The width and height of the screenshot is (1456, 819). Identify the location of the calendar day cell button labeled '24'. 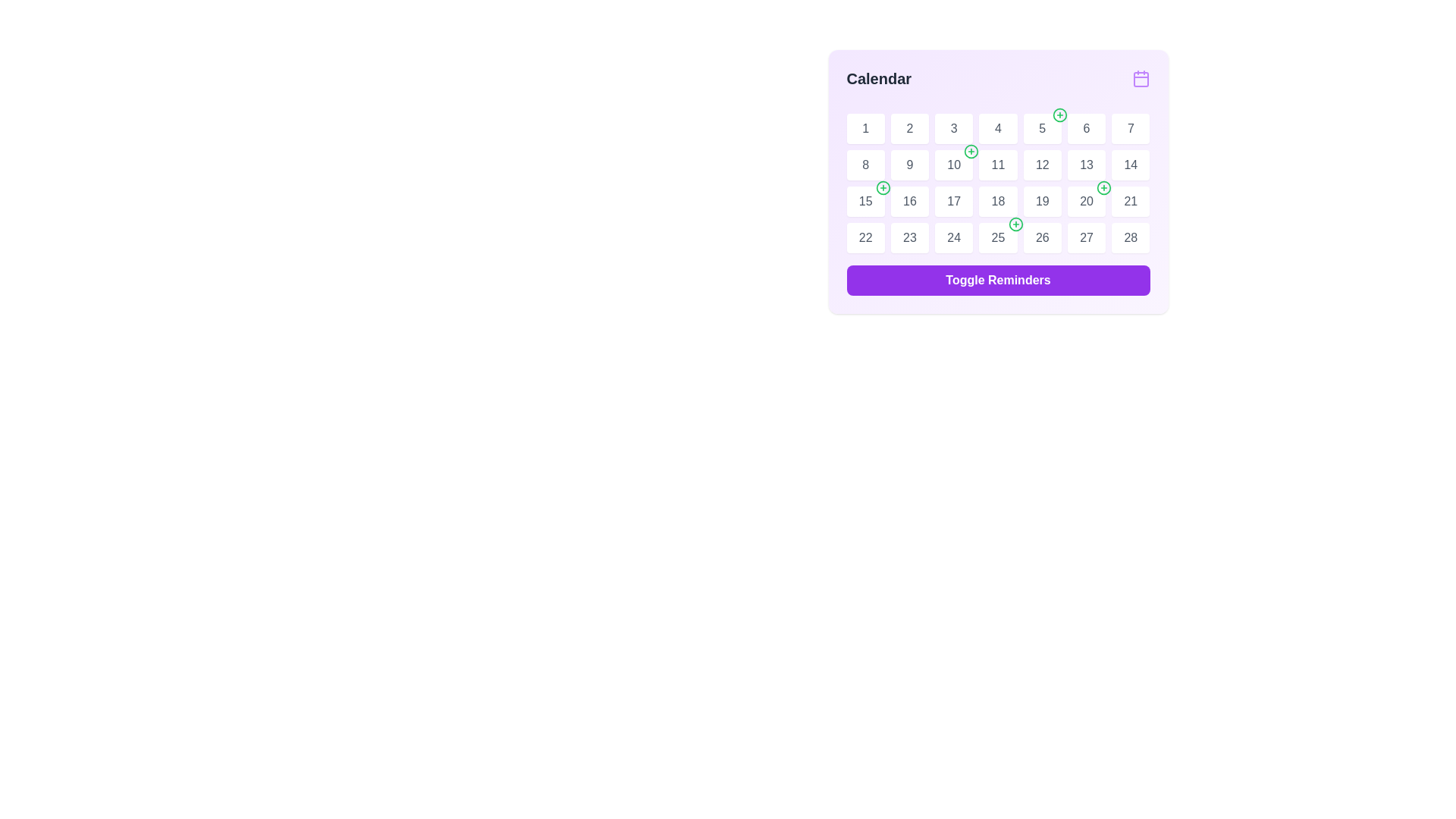
(952, 237).